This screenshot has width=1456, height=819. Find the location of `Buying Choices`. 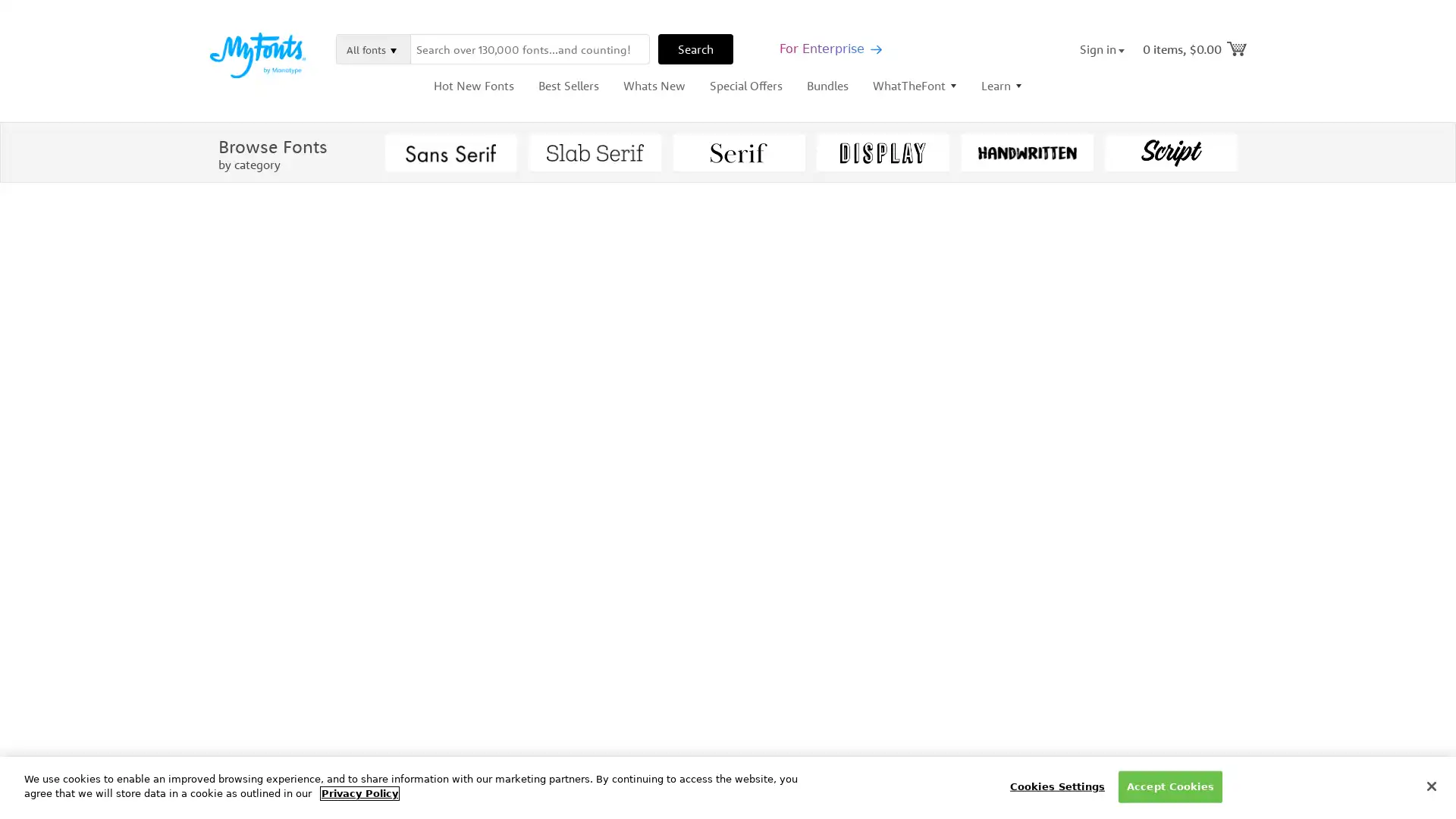

Buying Choices is located at coordinates (958, 534).